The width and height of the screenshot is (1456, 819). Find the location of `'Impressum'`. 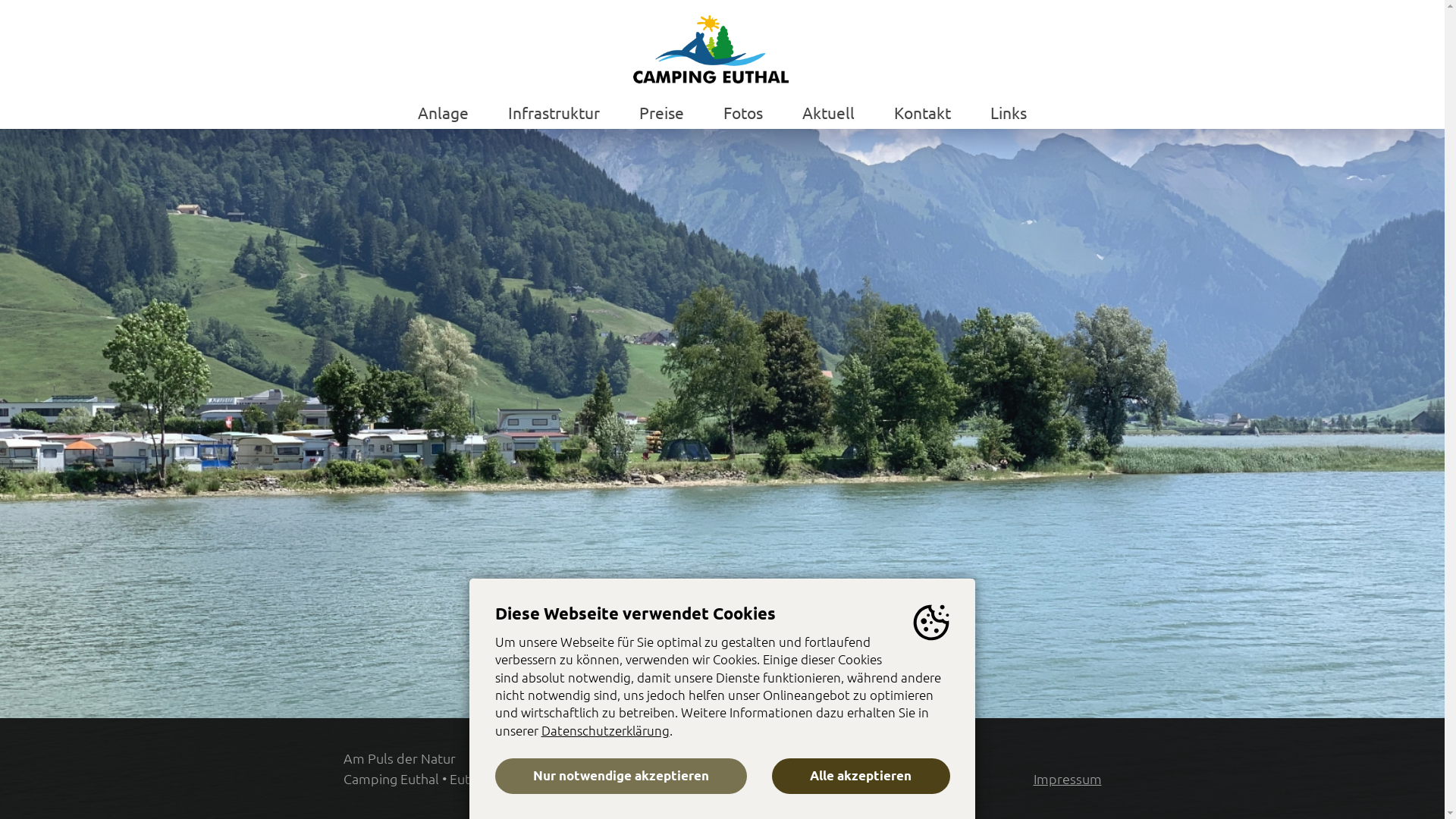

'Impressum' is located at coordinates (1032, 778).